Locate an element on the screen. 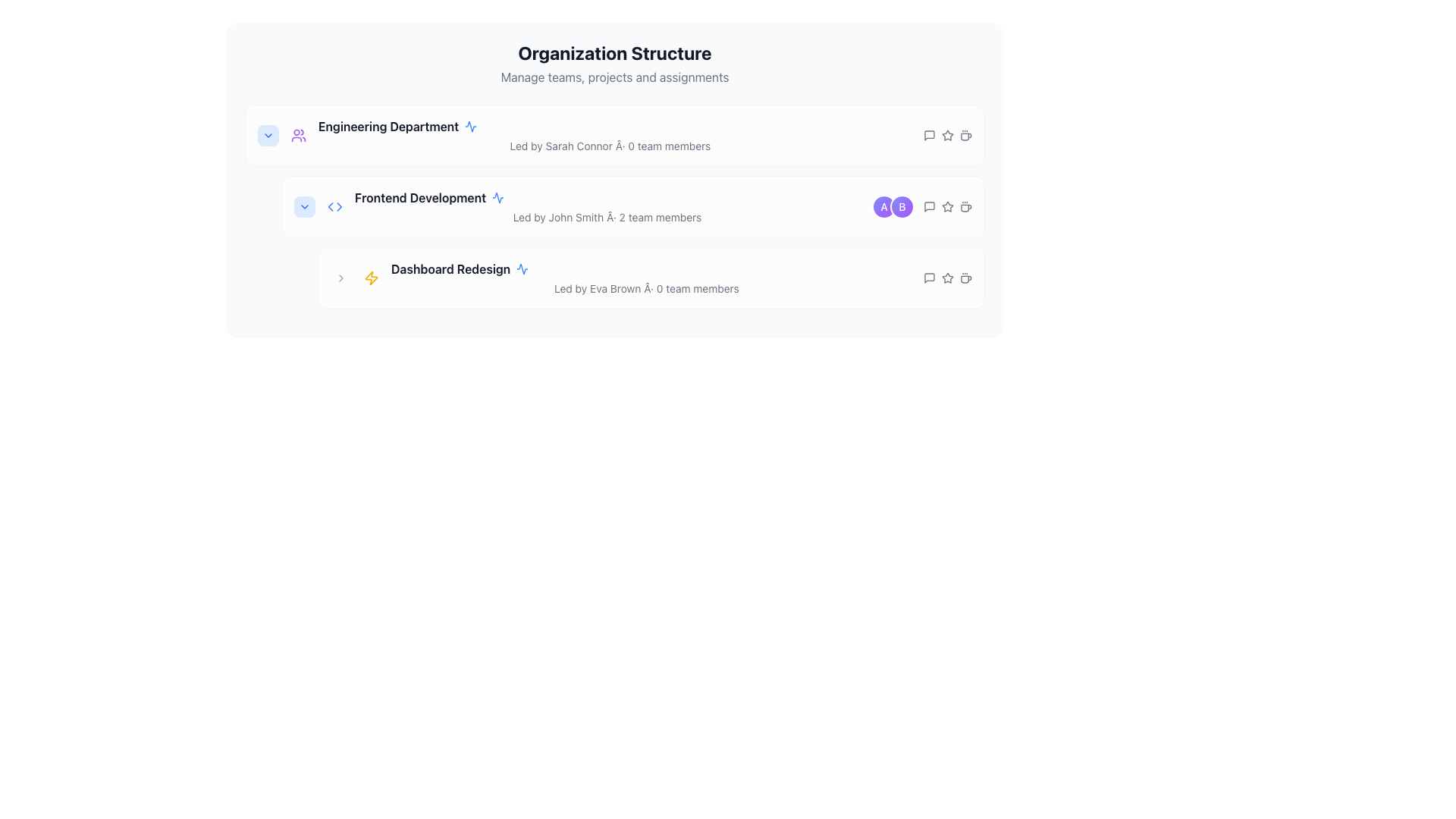 Image resolution: width=1456 pixels, height=819 pixels. details displayed in the informational block labeled 'Frontend Development' located between 'Engineering Department' and 'Dashboard Redesign' is located at coordinates (607, 207).